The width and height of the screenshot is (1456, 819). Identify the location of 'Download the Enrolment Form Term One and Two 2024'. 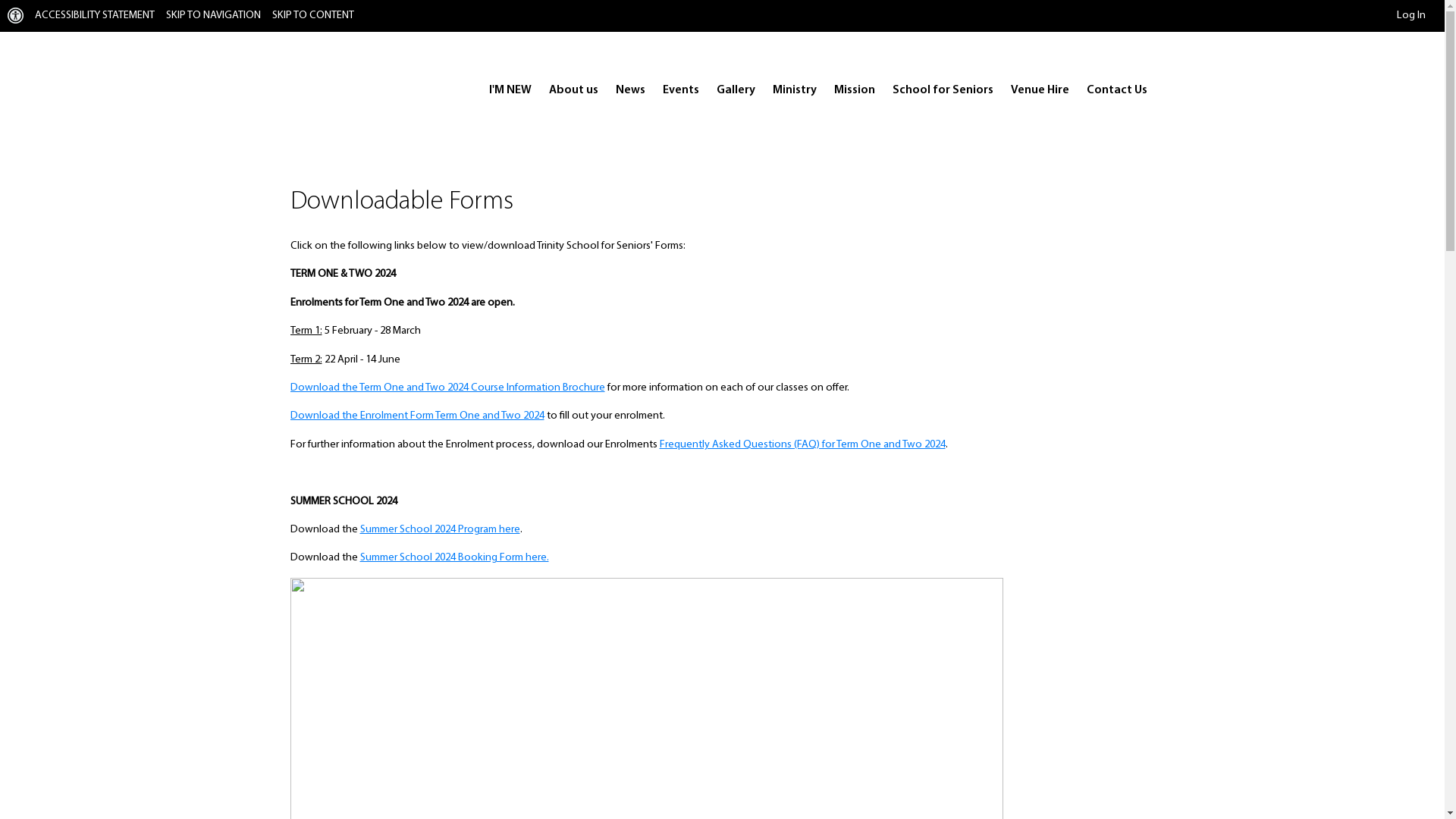
(416, 416).